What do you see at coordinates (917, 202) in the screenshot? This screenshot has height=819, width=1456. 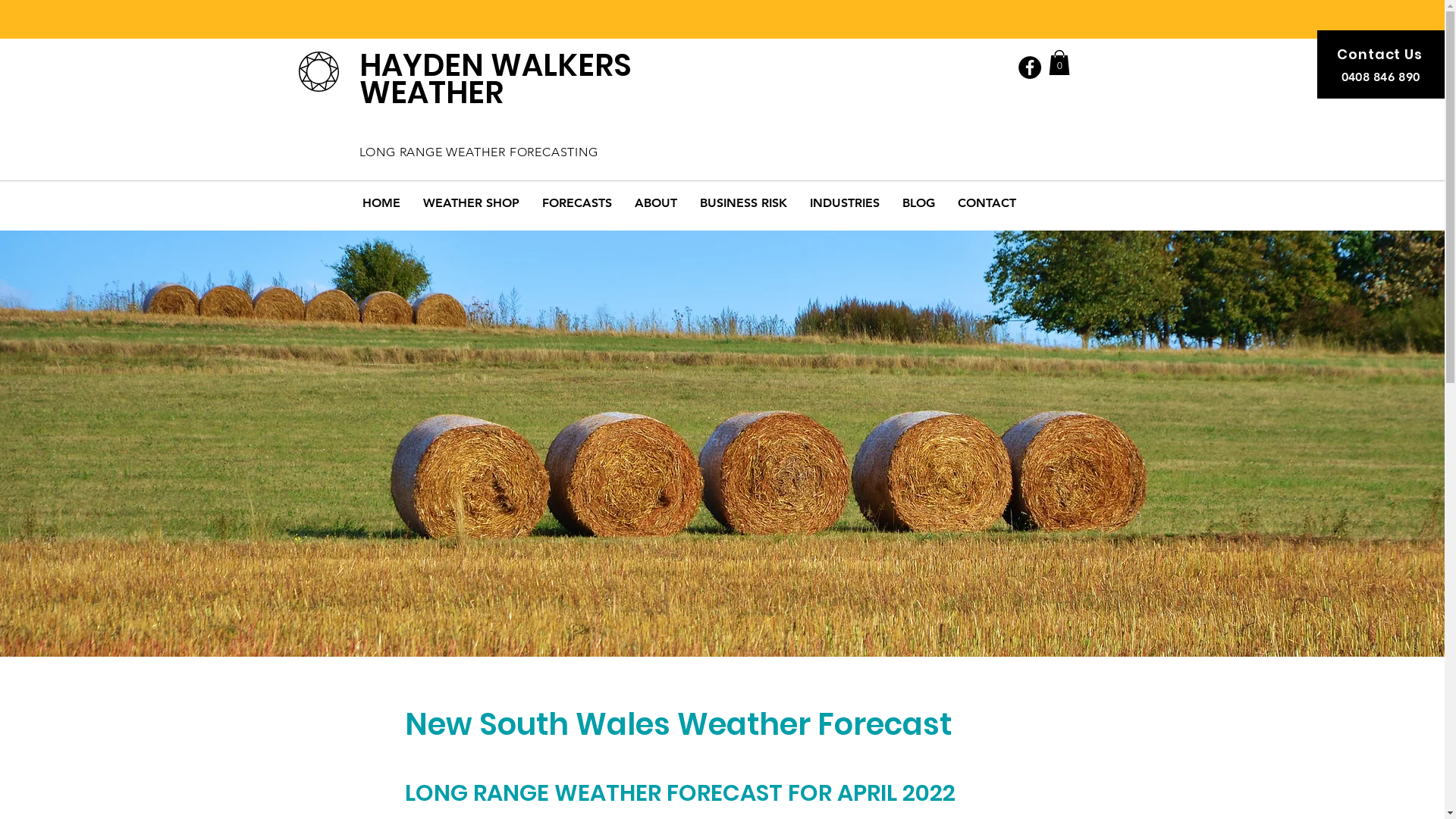 I see `'BLOG'` at bounding box center [917, 202].